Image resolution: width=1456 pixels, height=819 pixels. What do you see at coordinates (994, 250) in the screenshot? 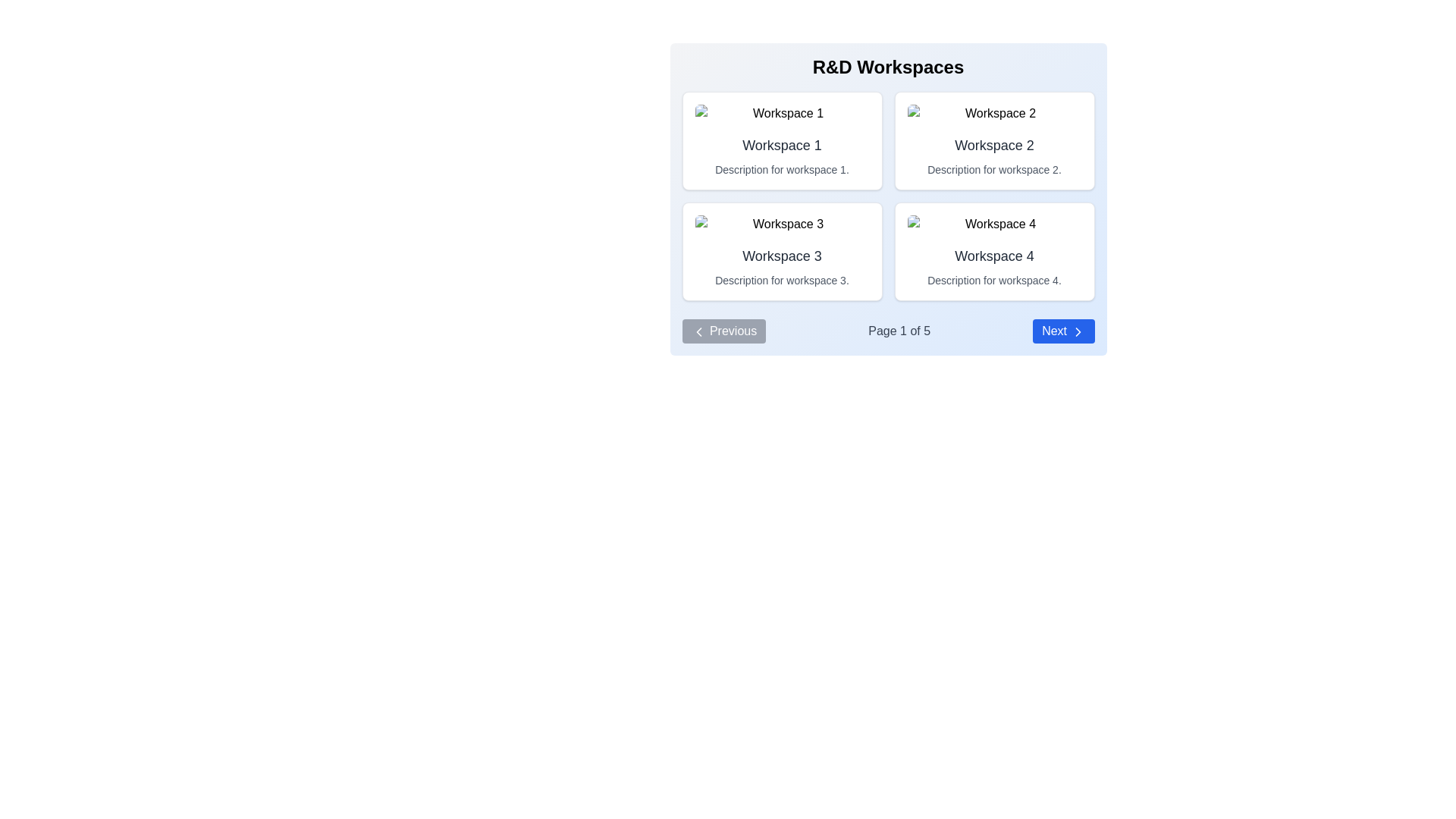
I see `the Informational card titled 'Workspace 4', which features a white background, rounded corners, and contains the title and description text centered within it` at bounding box center [994, 250].